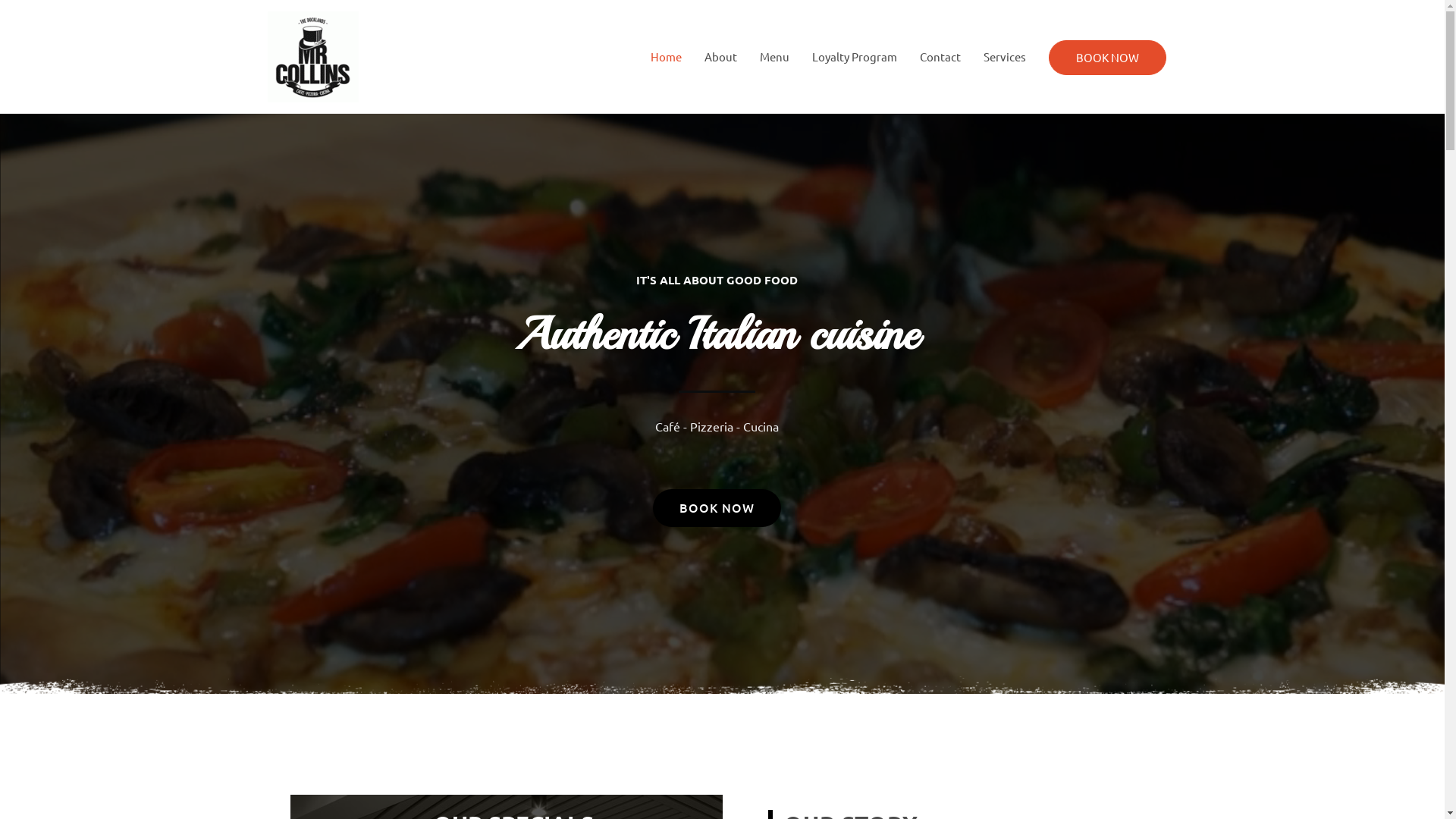 The width and height of the screenshot is (1456, 819). I want to click on 'Menu', so click(773, 55).